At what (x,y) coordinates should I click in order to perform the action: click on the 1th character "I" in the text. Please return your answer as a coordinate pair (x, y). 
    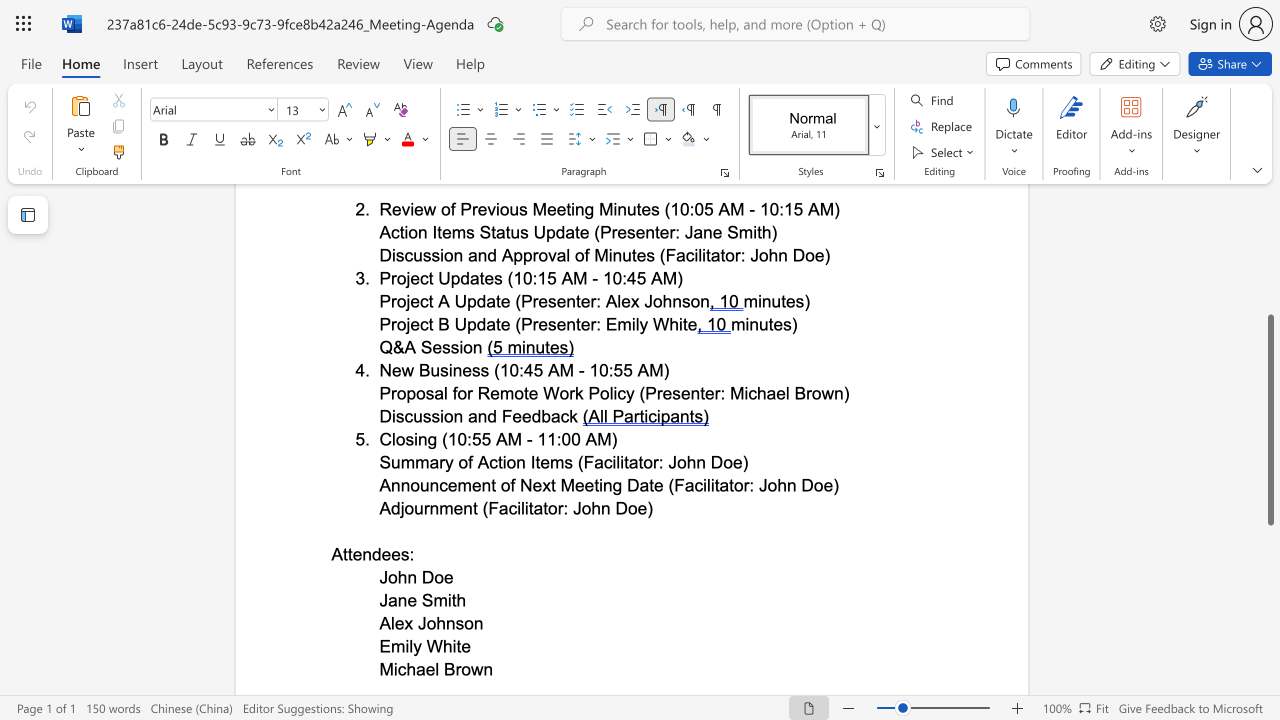
    Looking at the image, I should click on (533, 462).